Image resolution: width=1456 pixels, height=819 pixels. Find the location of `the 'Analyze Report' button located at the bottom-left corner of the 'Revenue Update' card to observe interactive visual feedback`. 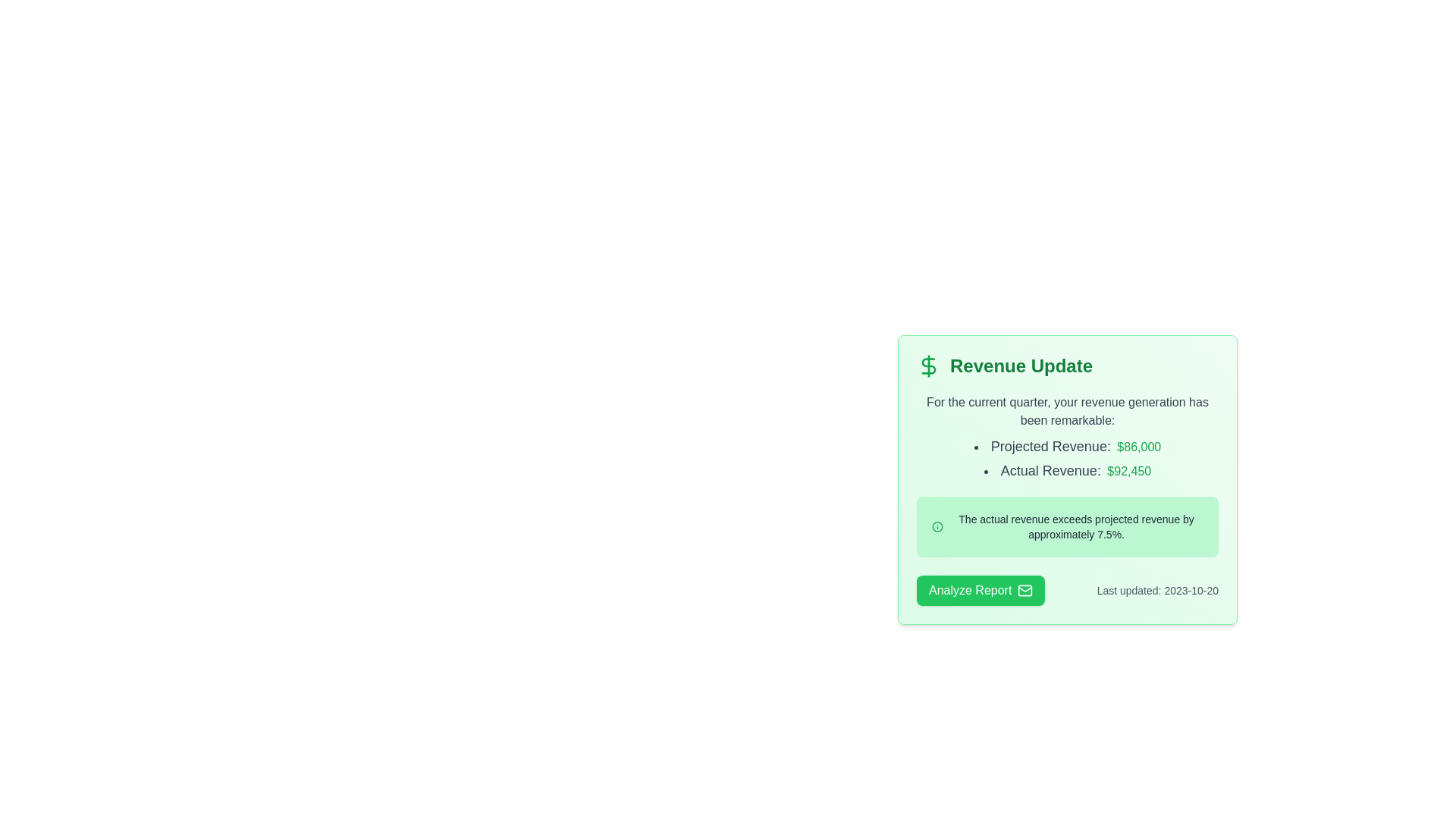

the 'Analyze Report' button located at the bottom-left corner of the 'Revenue Update' card to observe interactive visual feedback is located at coordinates (981, 590).